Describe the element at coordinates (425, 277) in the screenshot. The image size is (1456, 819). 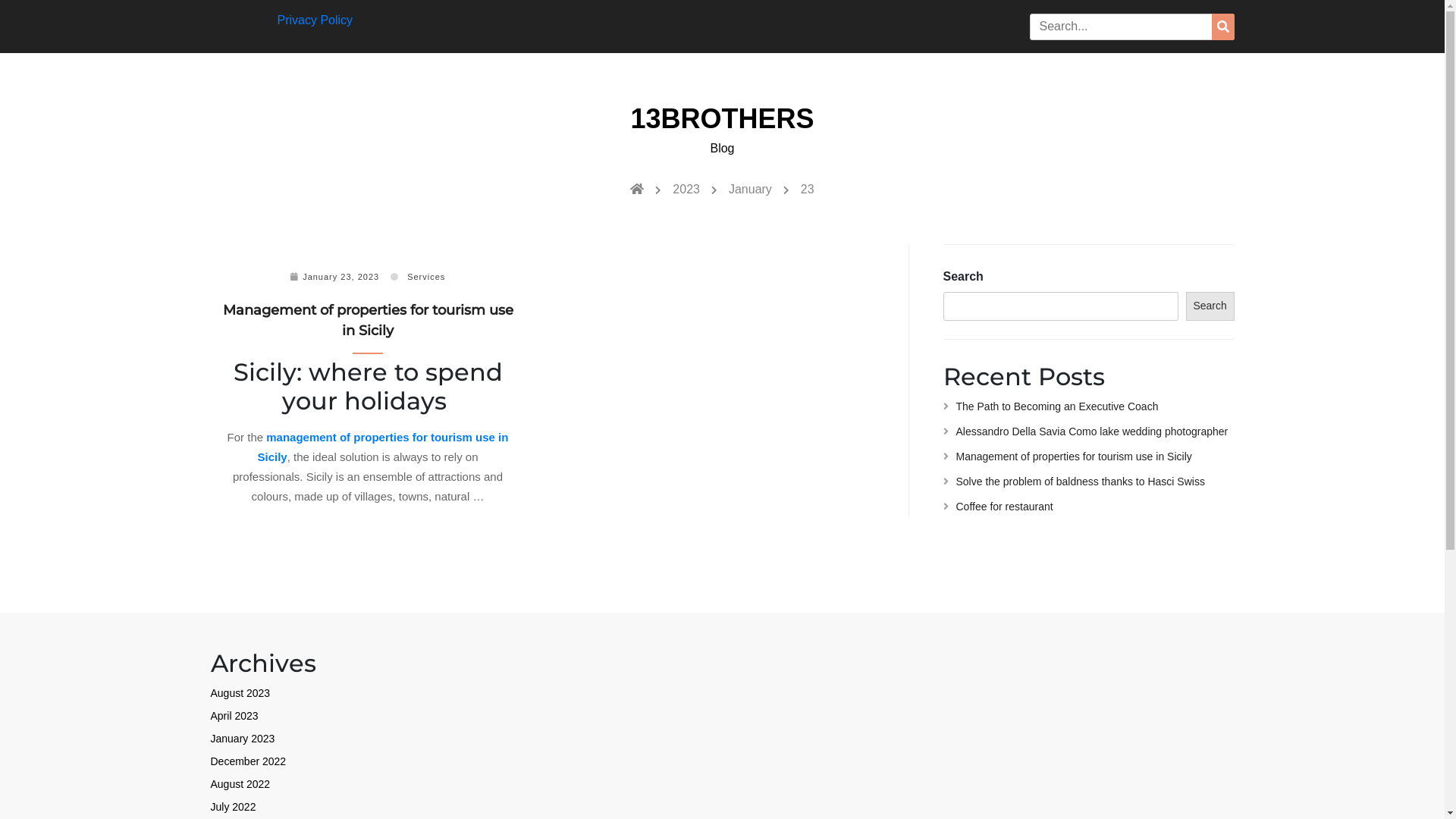
I see `'Services'` at that location.